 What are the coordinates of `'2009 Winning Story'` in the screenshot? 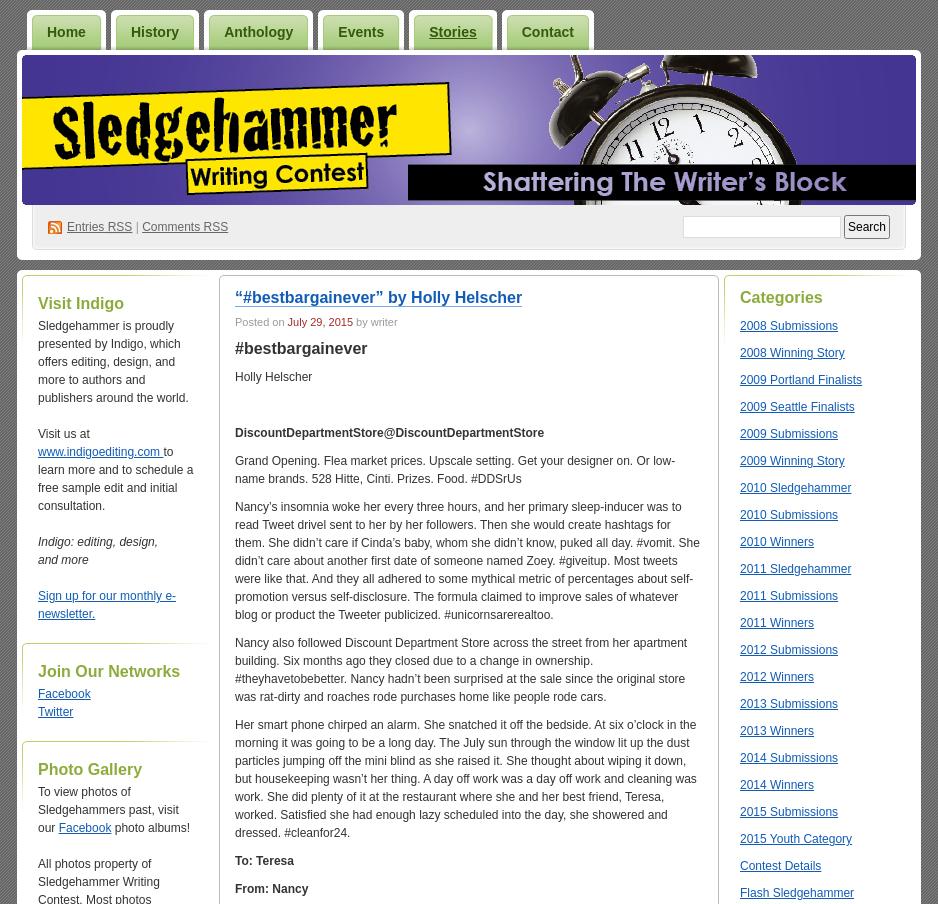 It's located at (790, 460).